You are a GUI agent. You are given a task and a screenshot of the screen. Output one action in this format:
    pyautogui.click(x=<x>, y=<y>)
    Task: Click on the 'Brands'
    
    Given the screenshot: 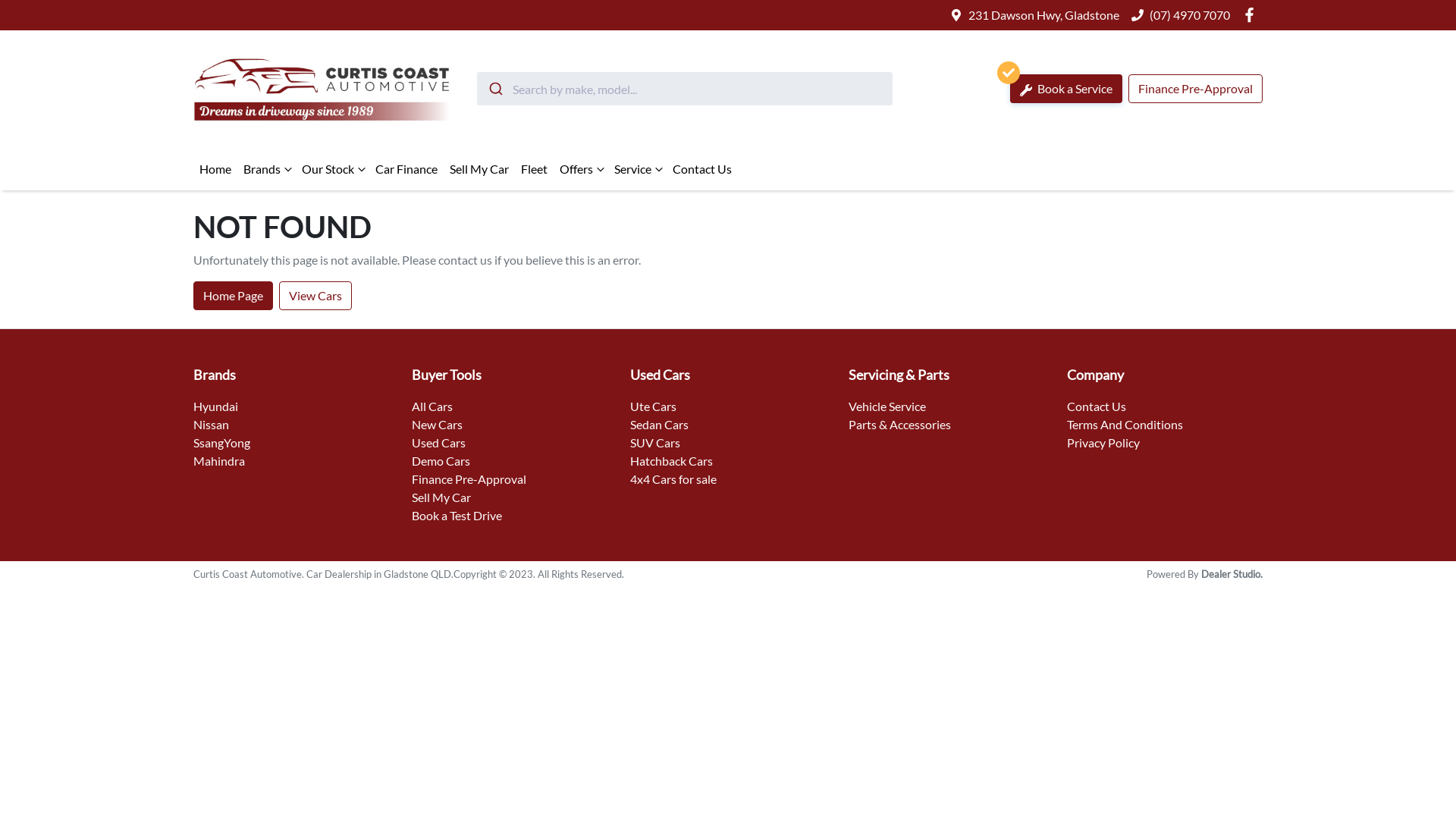 What is the action you would take?
    pyautogui.click(x=236, y=169)
    